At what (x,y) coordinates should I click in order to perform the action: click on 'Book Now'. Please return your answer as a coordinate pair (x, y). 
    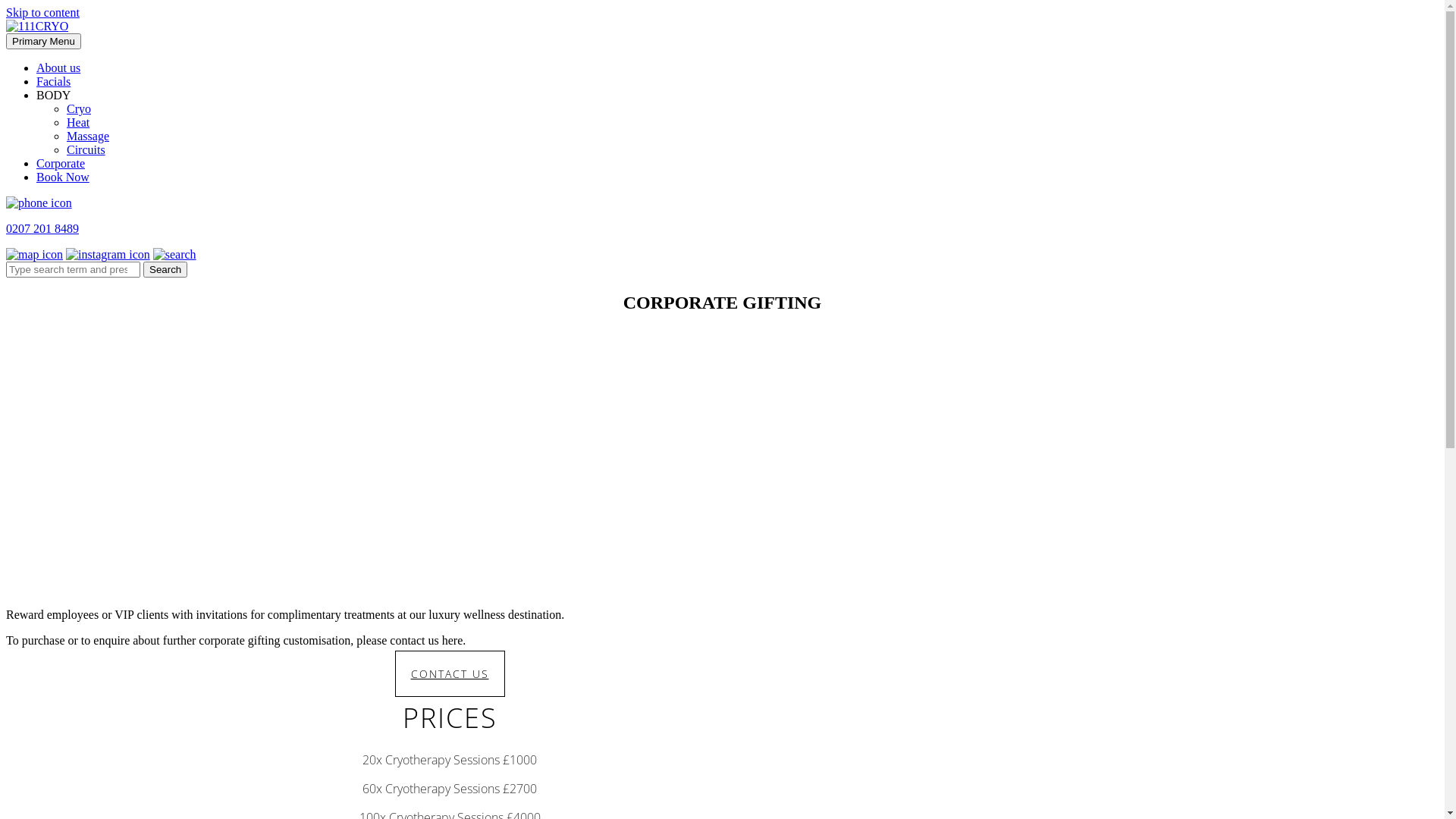
    Looking at the image, I should click on (61, 176).